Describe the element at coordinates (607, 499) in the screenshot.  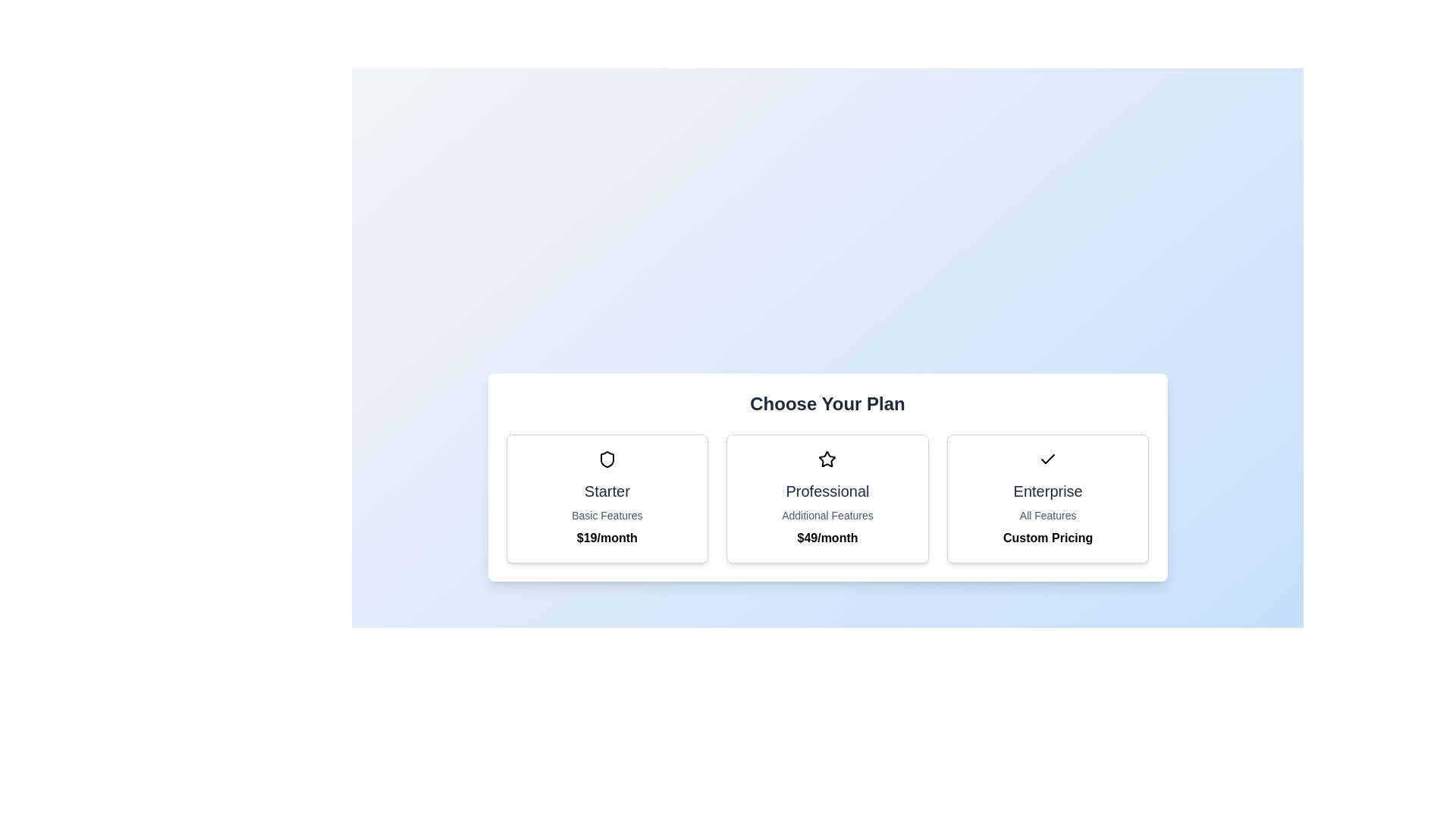
I see `the 'Starter' pricing plan card element, which is the first card in a horizontal grid of pricing options` at that location.